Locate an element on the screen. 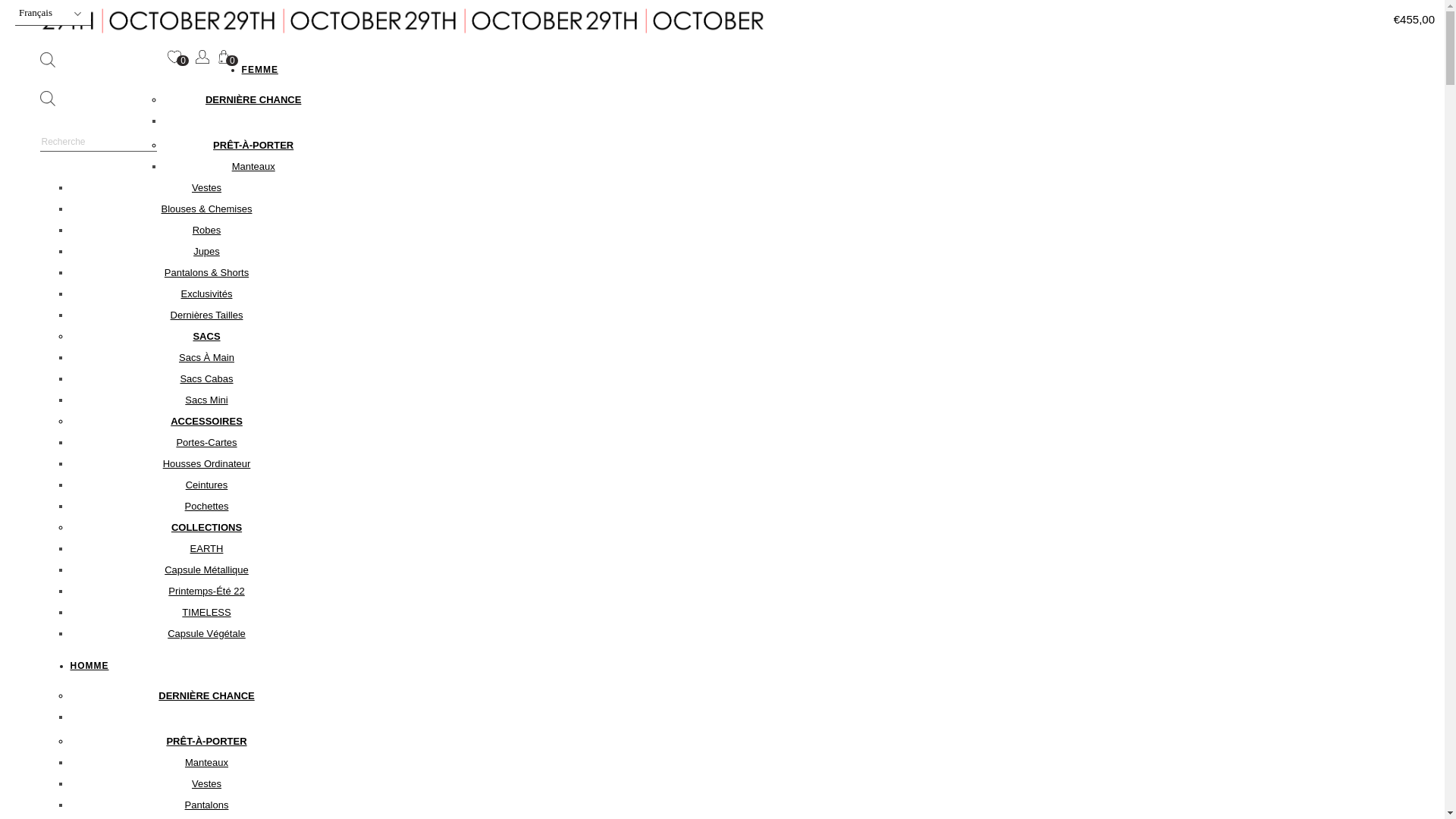  'TIMELESS' is located at coordinates (206, 611).